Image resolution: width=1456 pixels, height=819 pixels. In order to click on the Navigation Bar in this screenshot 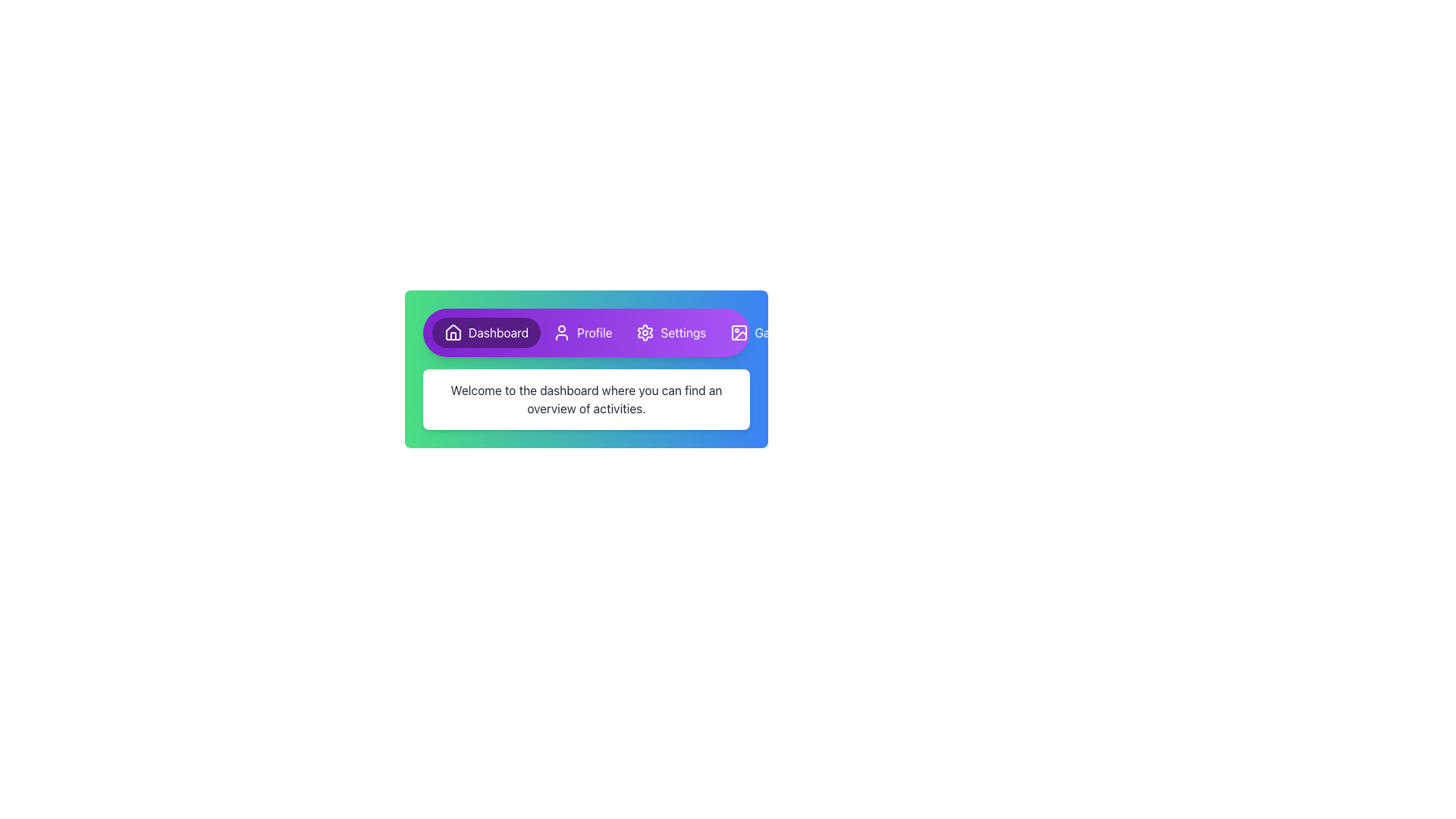, I will do `click(585, 332)`.